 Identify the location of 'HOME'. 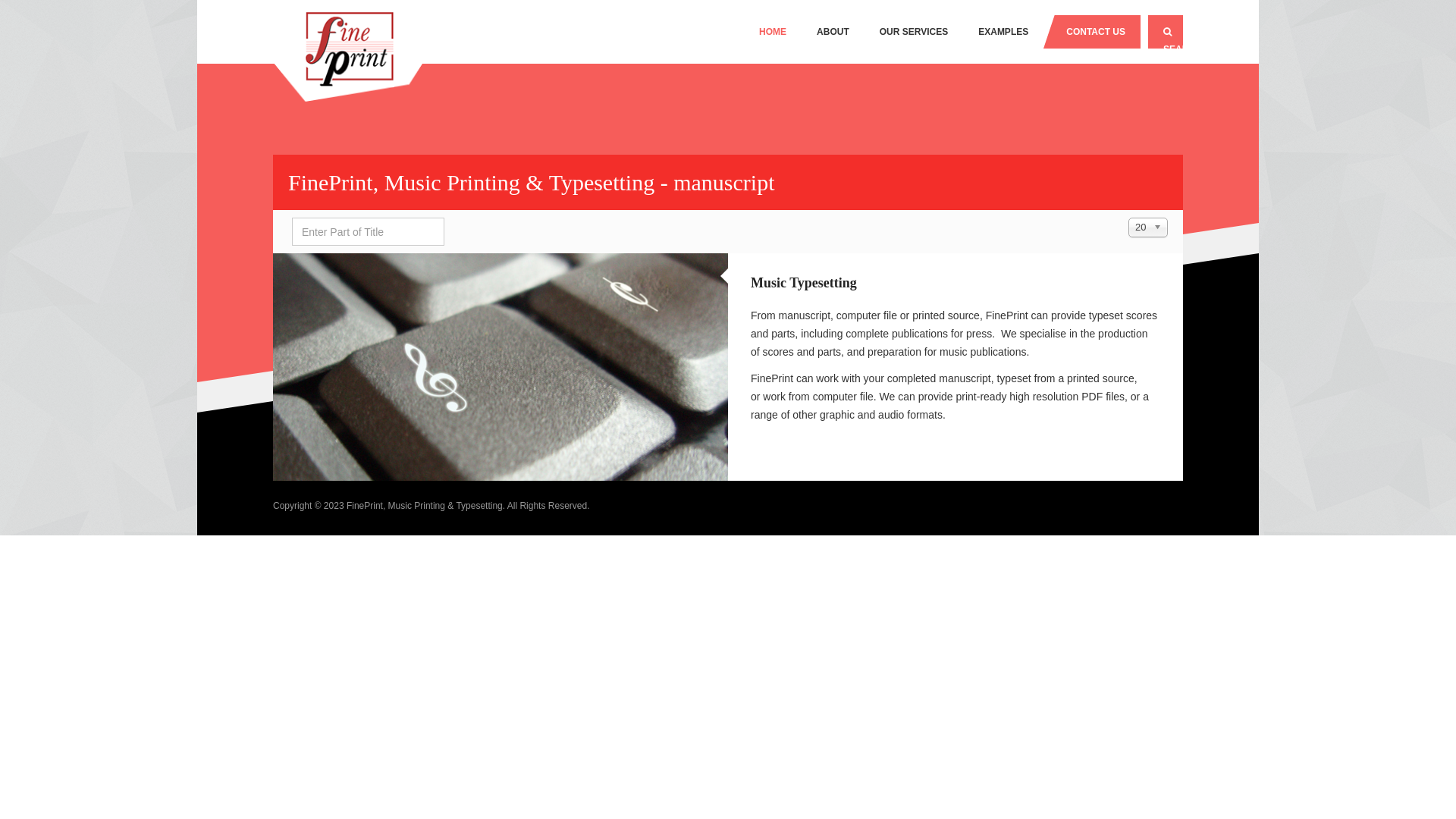
(772, 32).